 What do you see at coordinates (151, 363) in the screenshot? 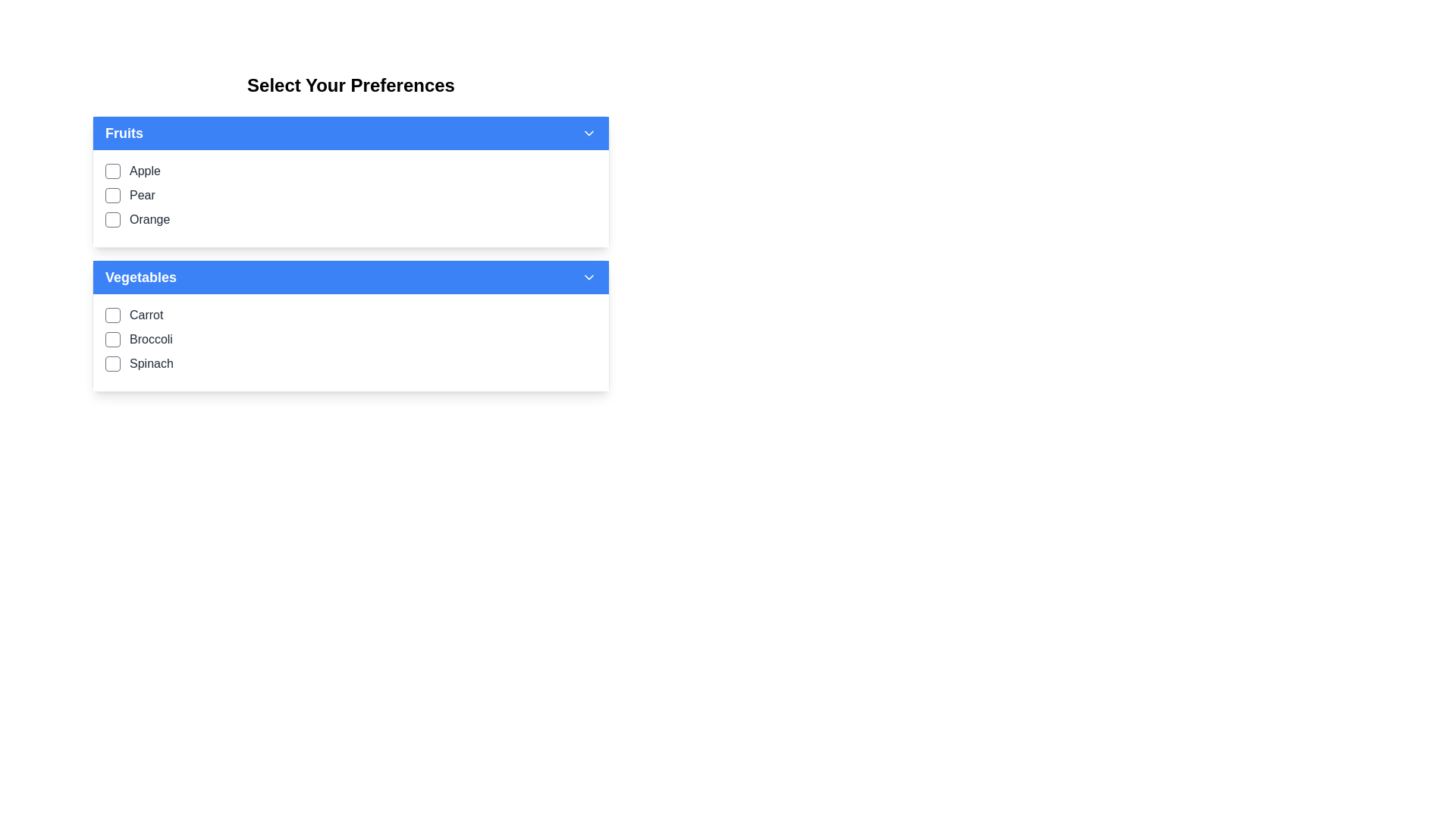
I see `text label 'Spinach' which is the third item in the 'Vegetables' list, adjacent to its associated checkbox` at bounding box center [151, 363].